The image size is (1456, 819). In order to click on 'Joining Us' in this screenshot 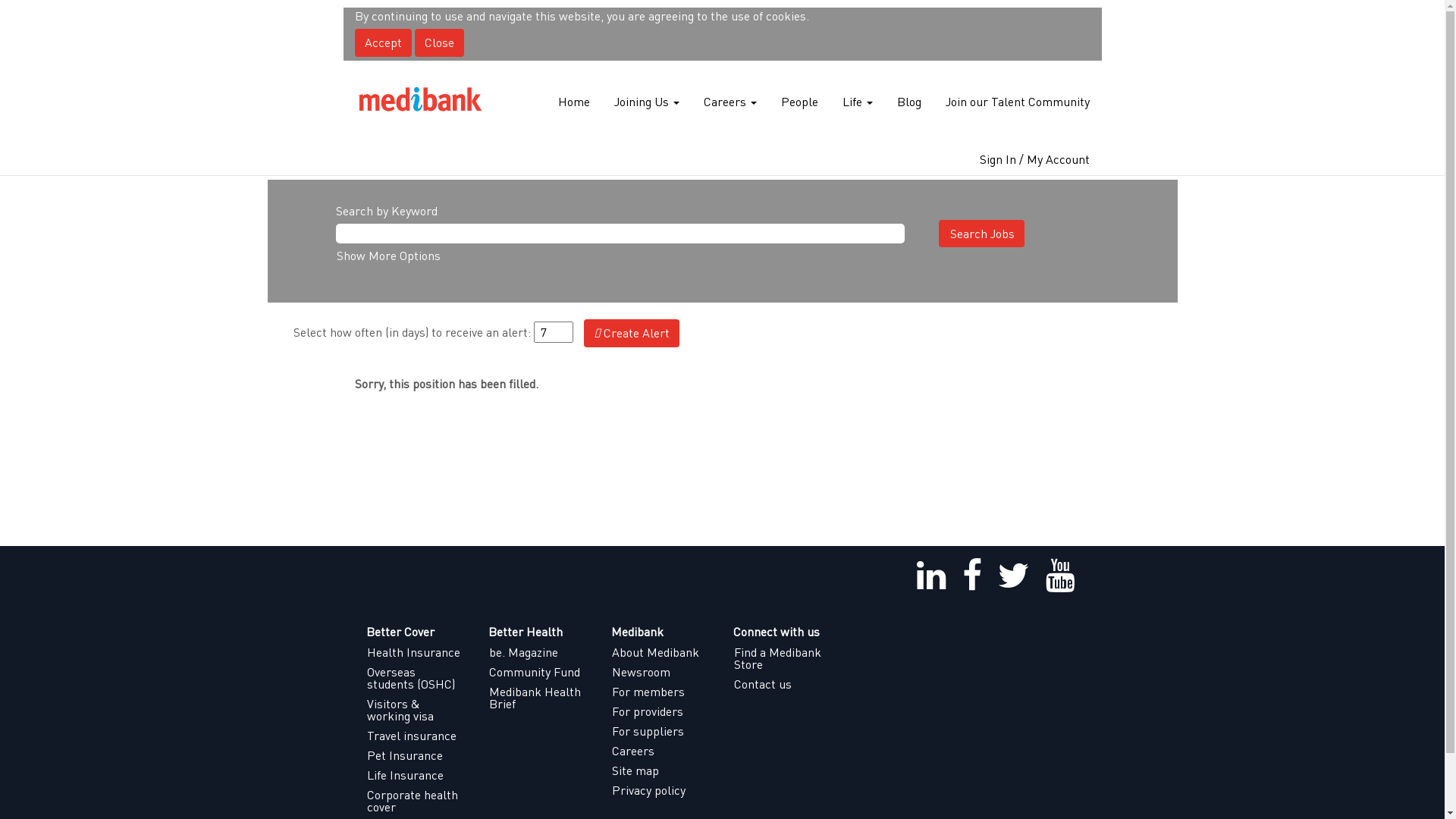, I will do `click(612, 102)`.